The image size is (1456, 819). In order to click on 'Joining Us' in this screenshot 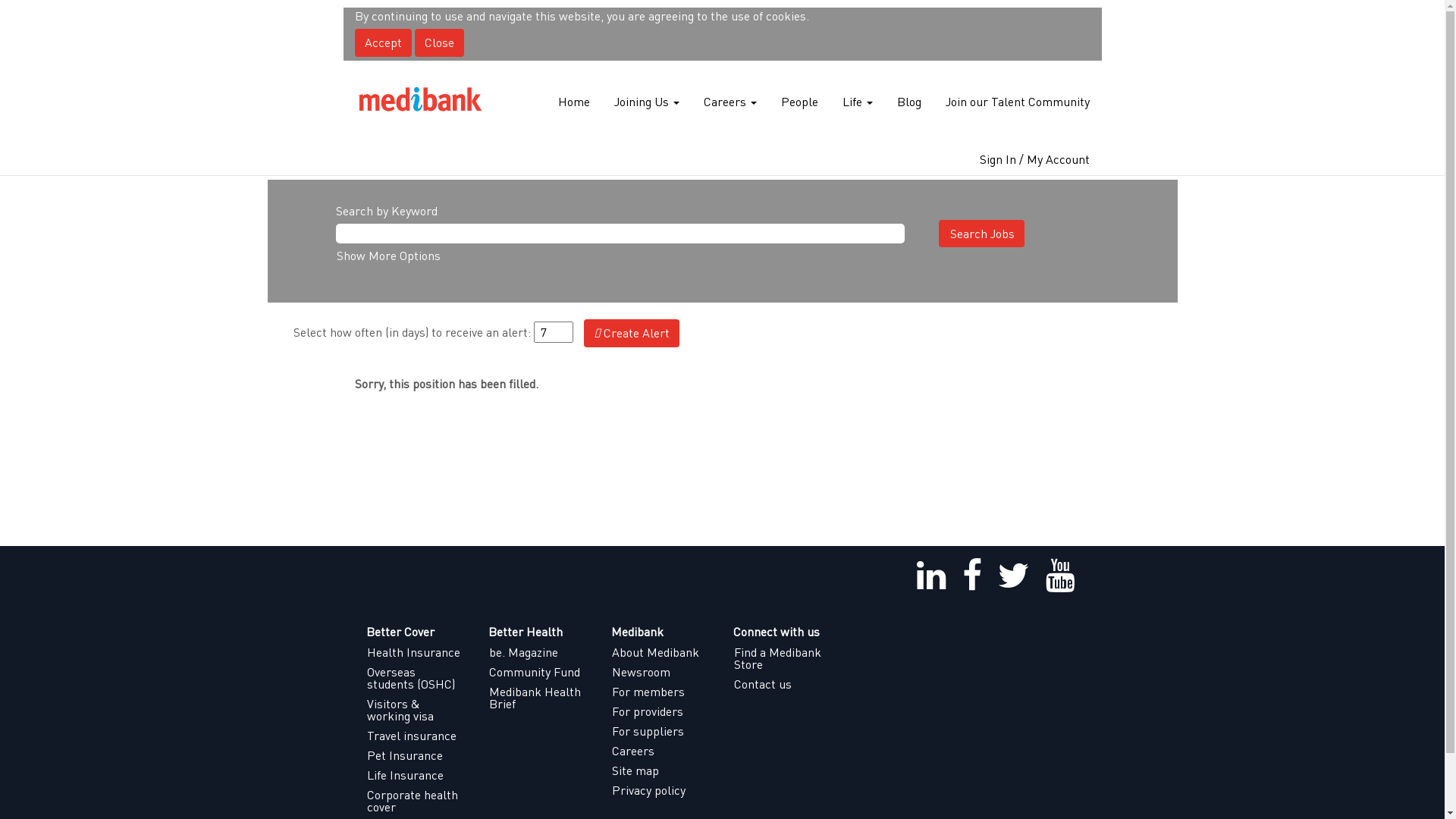, I will do `click(612, 102)`.